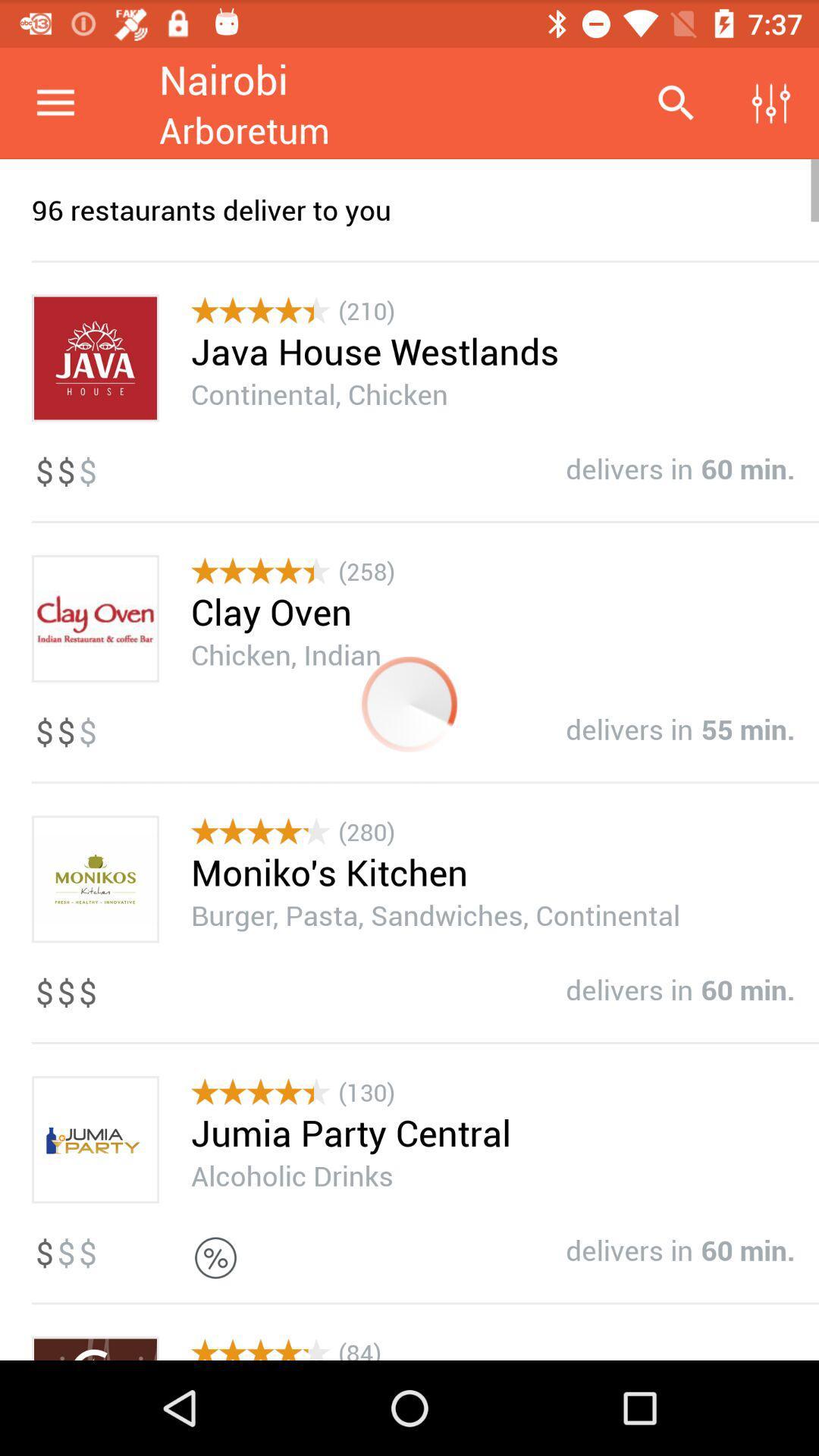  What do you see at coordinates (771, 102) in the screenshot?
I see `the item above the 96 restaurants deliver icon` at bounding box center [771, 102].